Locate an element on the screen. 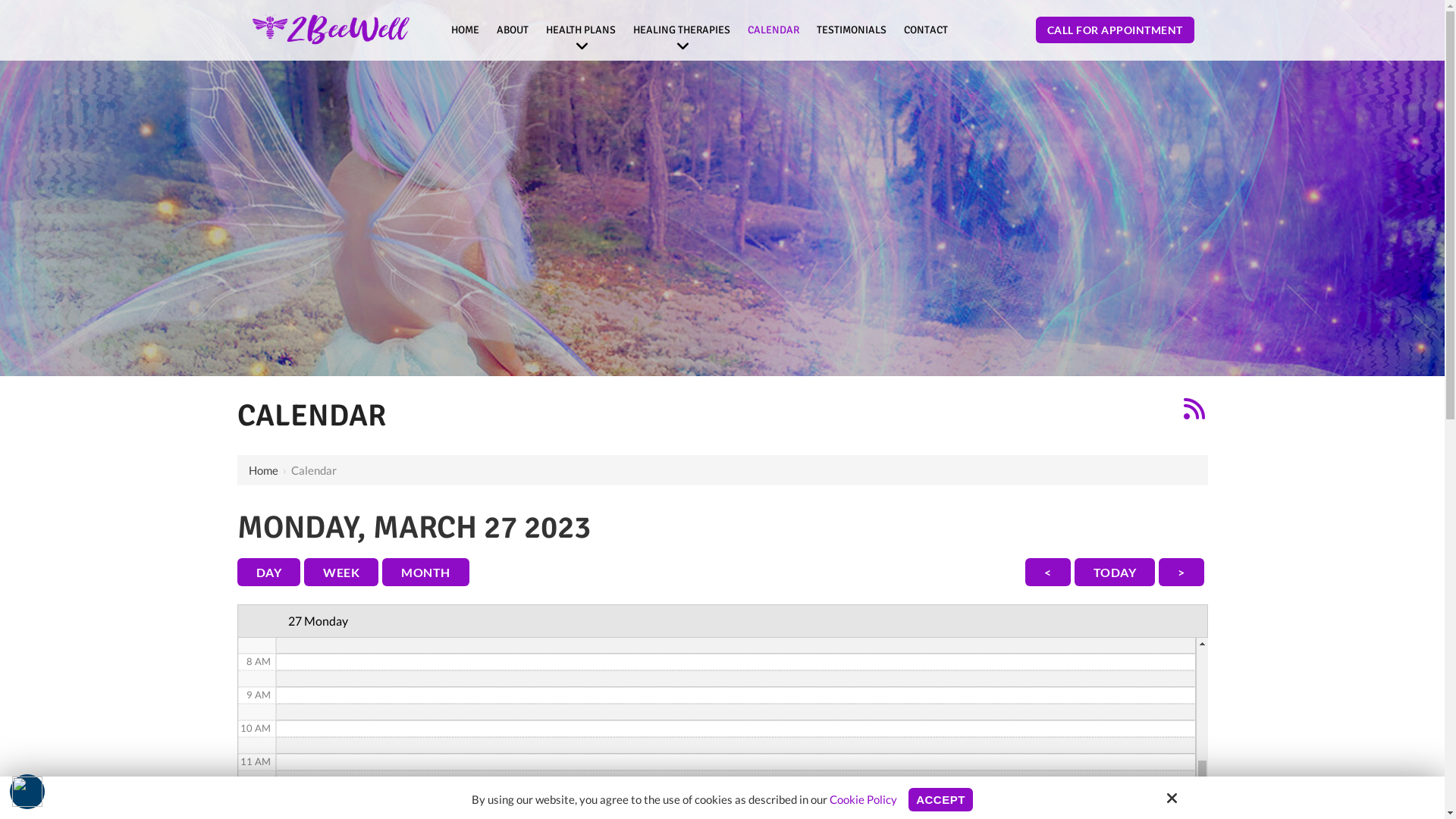 This screenshot has height=819, width=1456. 'Home' is located at coordinates (263, 469).